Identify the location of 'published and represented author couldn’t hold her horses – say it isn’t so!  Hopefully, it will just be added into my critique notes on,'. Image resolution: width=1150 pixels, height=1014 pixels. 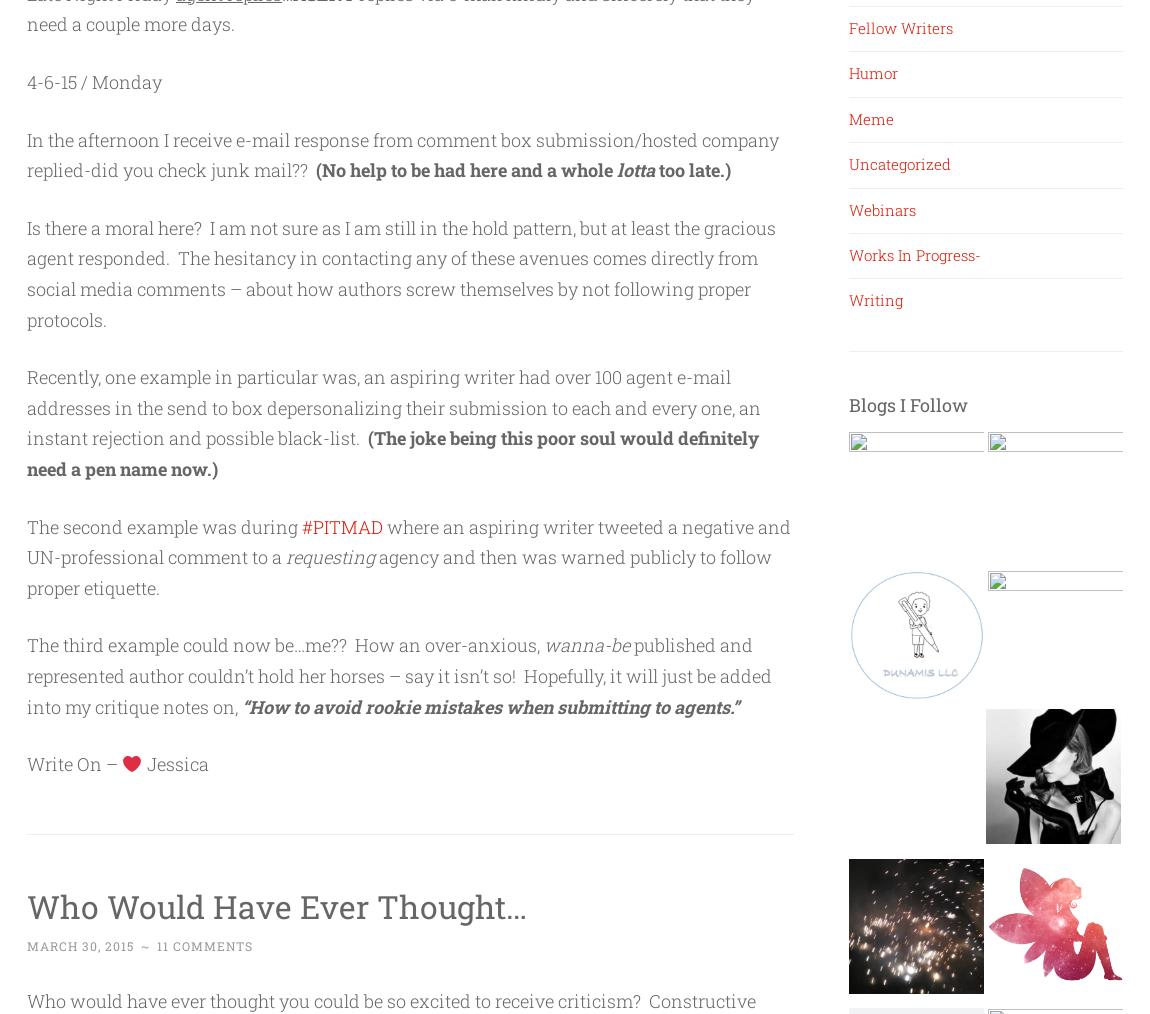
(399, 675).